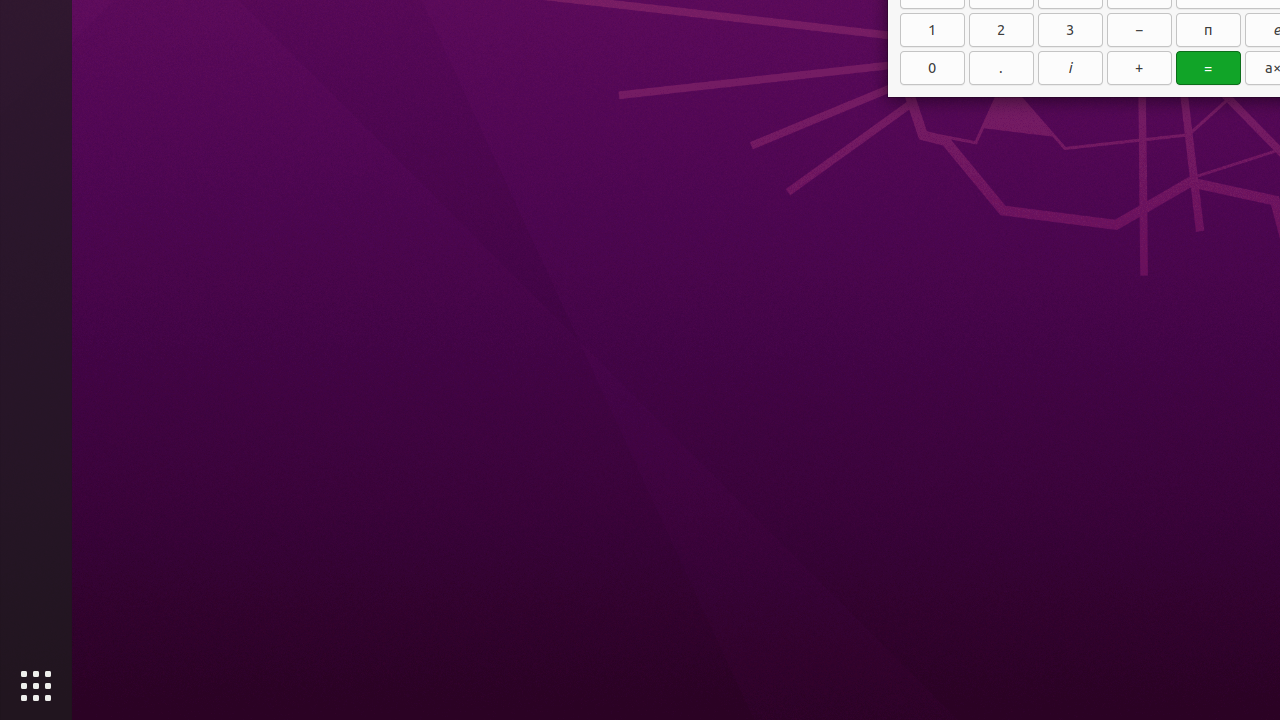  I want to click on 'i', so click(1069, 66).